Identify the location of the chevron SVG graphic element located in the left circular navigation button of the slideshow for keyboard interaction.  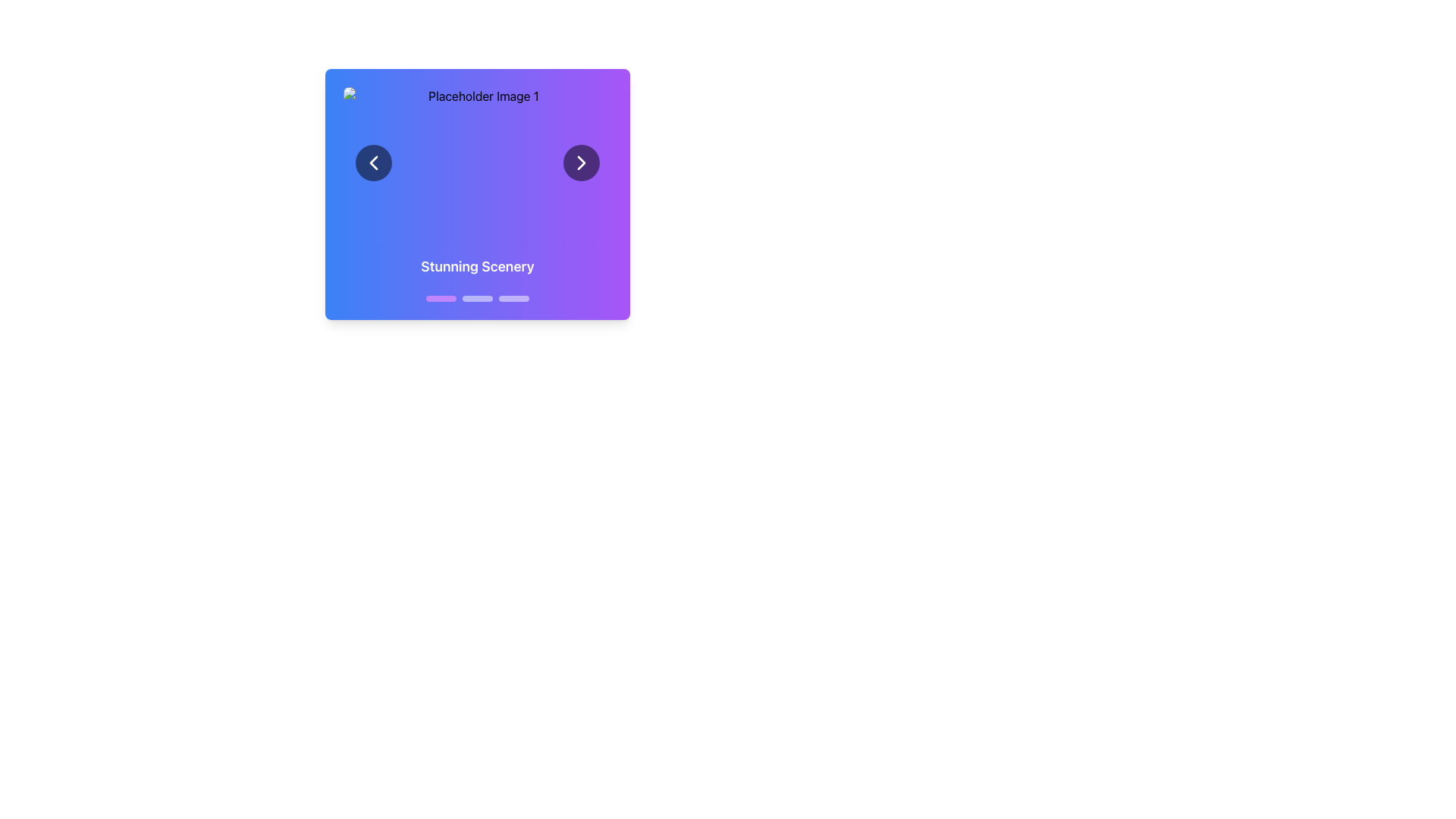
(374, 162).